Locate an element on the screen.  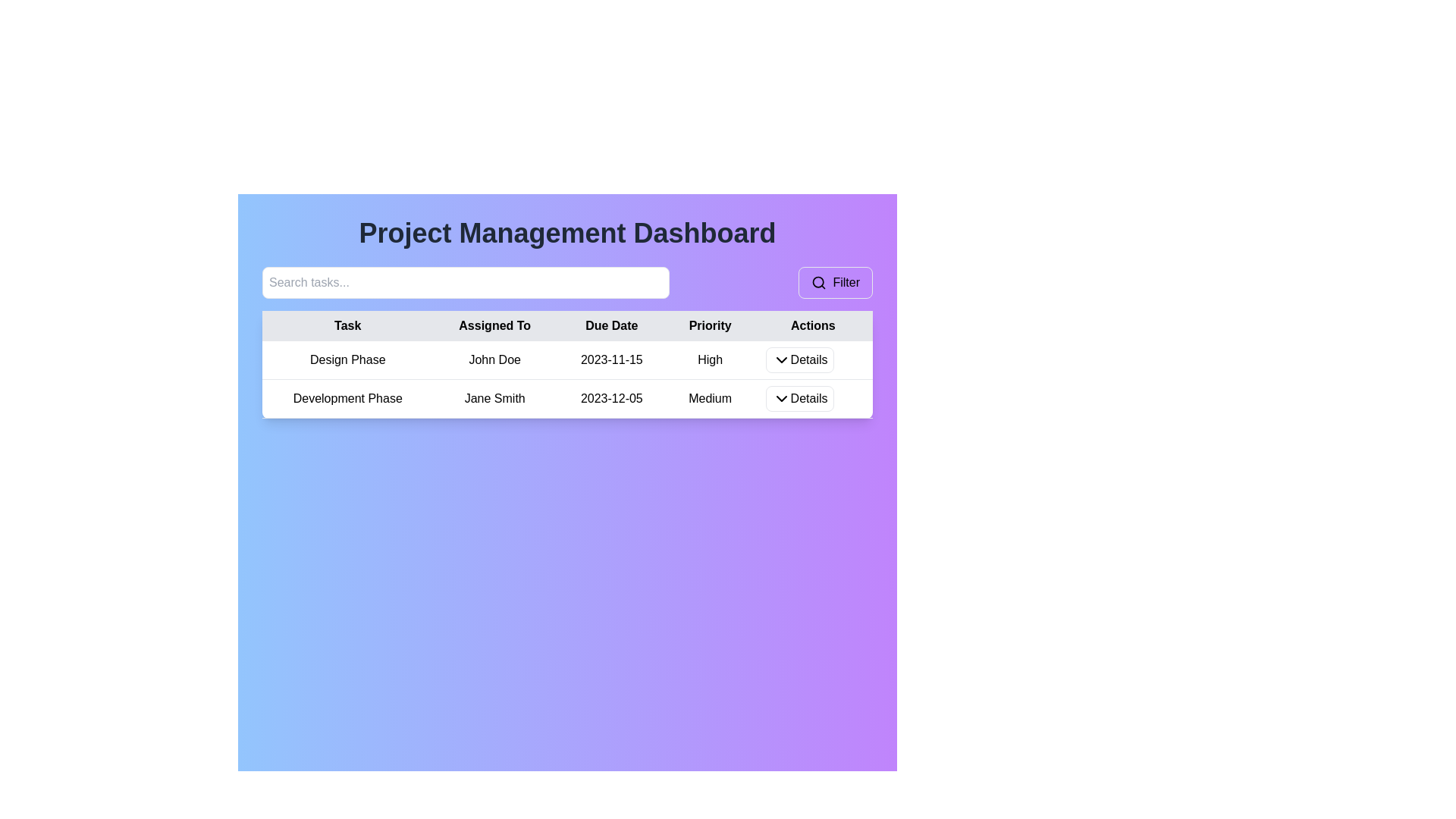
the position of the text label indicating task names is located at coordinates (347, 325).